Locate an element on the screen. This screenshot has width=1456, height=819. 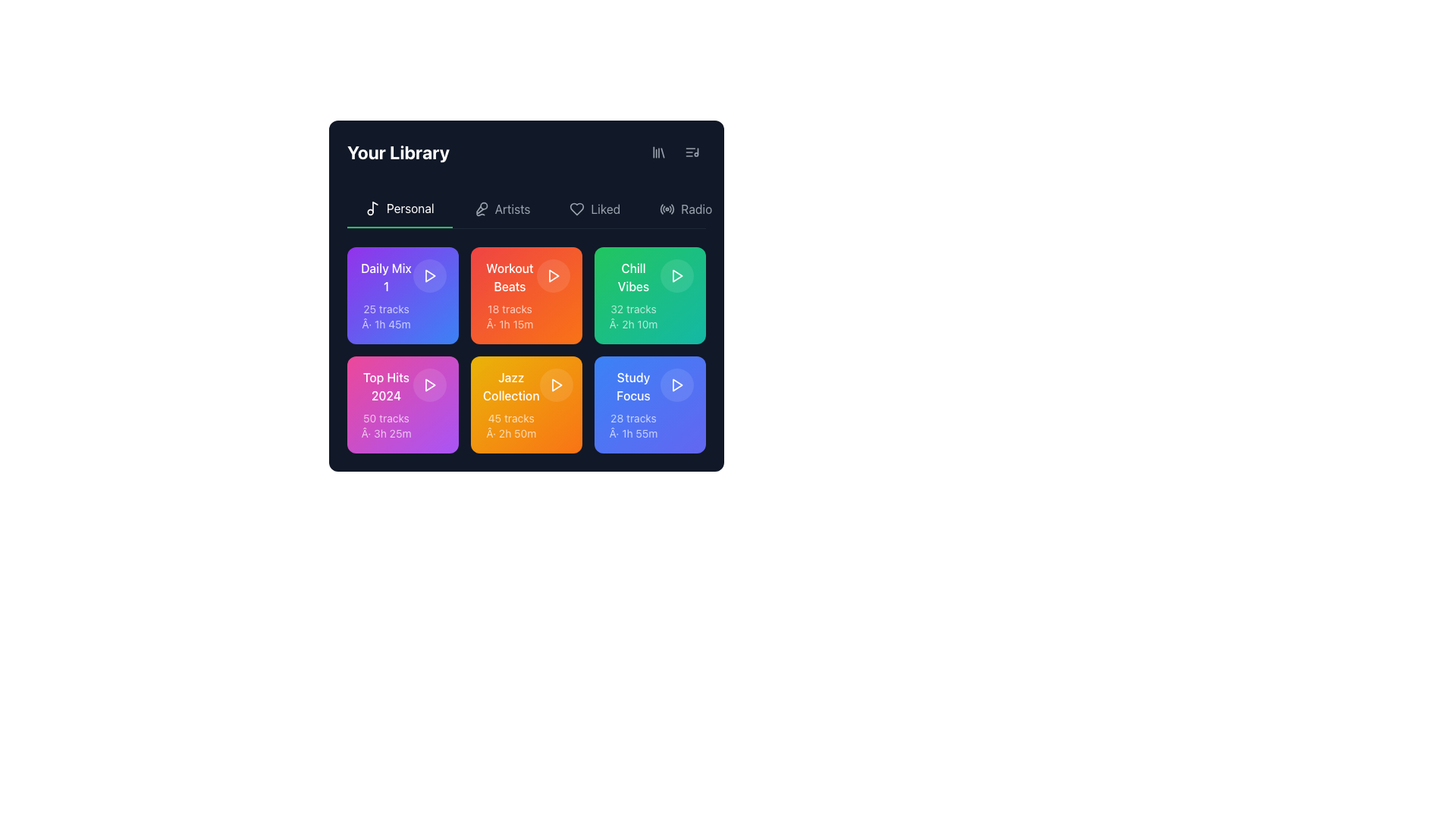
the 'Liked' text label, which serves as a category filter for accessing favorited items in the navigation bar under 'Your Library' is located at coordinates (604, 209).